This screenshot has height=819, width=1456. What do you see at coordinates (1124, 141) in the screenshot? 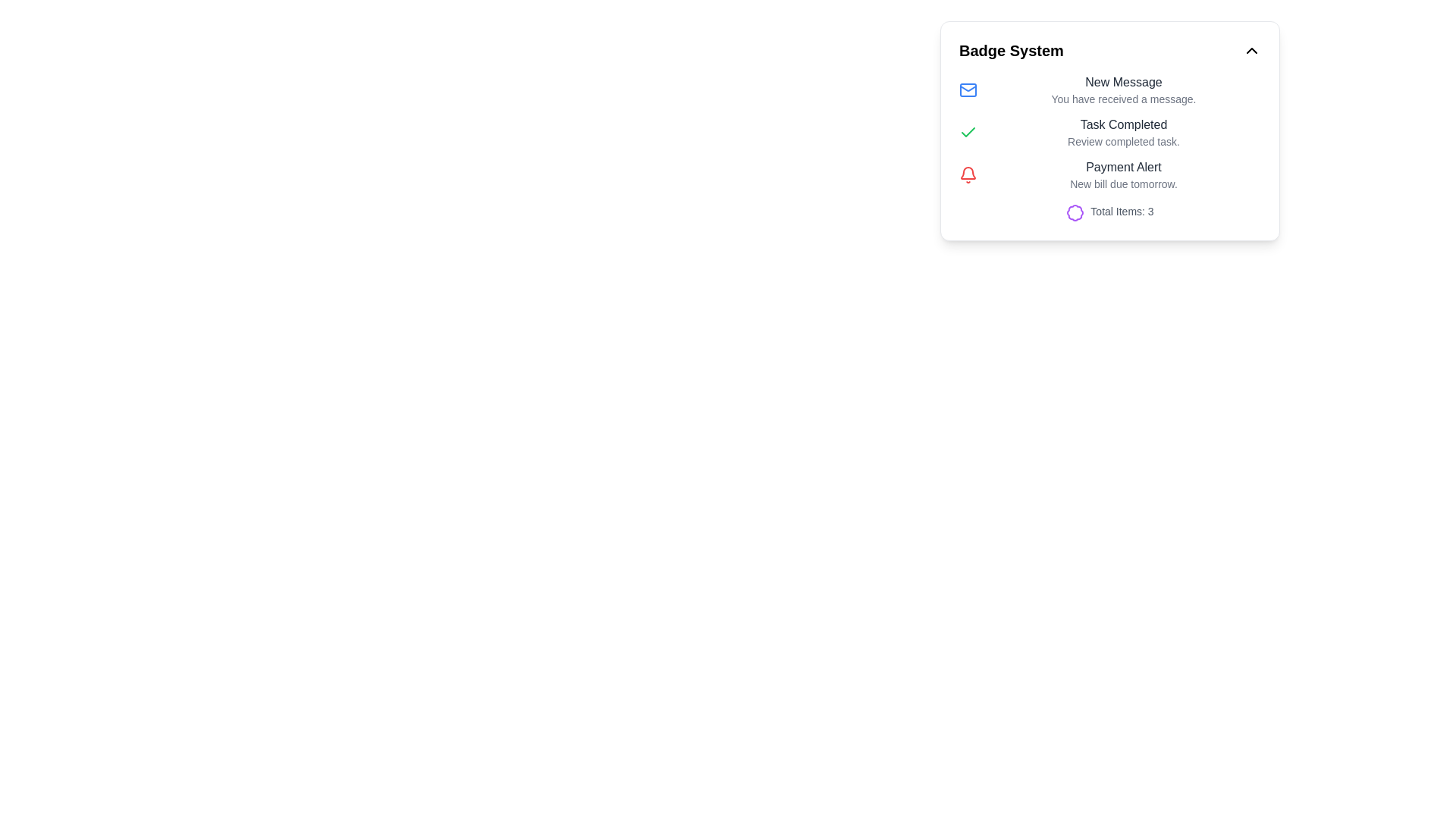
I see `the static text label that reads 'Review completed task.', which is styled in a small gray font and located directly below 'Task Completed' in the 'Badge System' section` at bounding box center [1124, 141].